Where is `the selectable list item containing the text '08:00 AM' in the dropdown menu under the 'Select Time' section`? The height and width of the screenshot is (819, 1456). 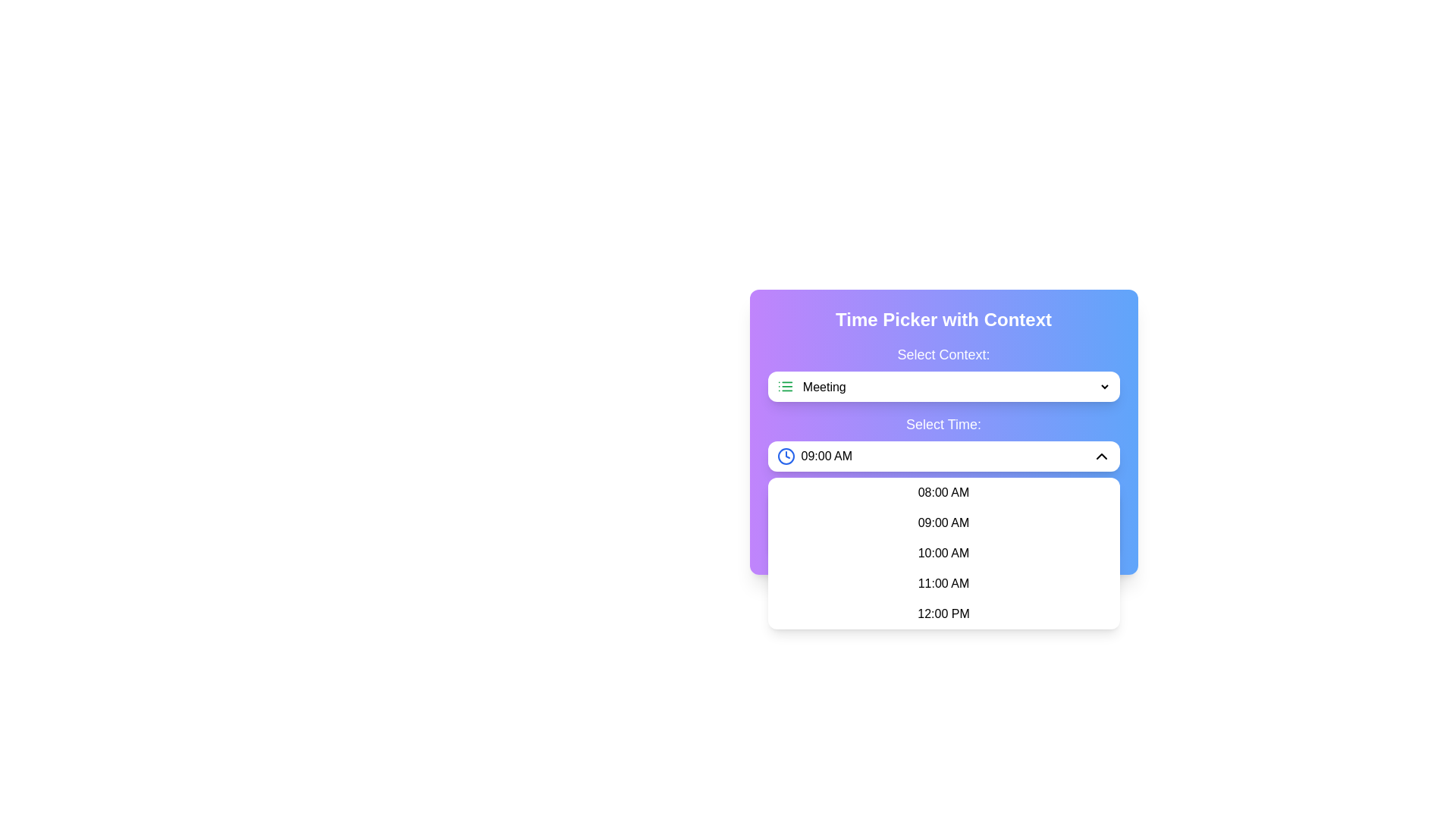 the selectable list item containing the text '08:00 AM' in the dropdown menu under the 'Select Time' section is located at coordinates (943, 493).